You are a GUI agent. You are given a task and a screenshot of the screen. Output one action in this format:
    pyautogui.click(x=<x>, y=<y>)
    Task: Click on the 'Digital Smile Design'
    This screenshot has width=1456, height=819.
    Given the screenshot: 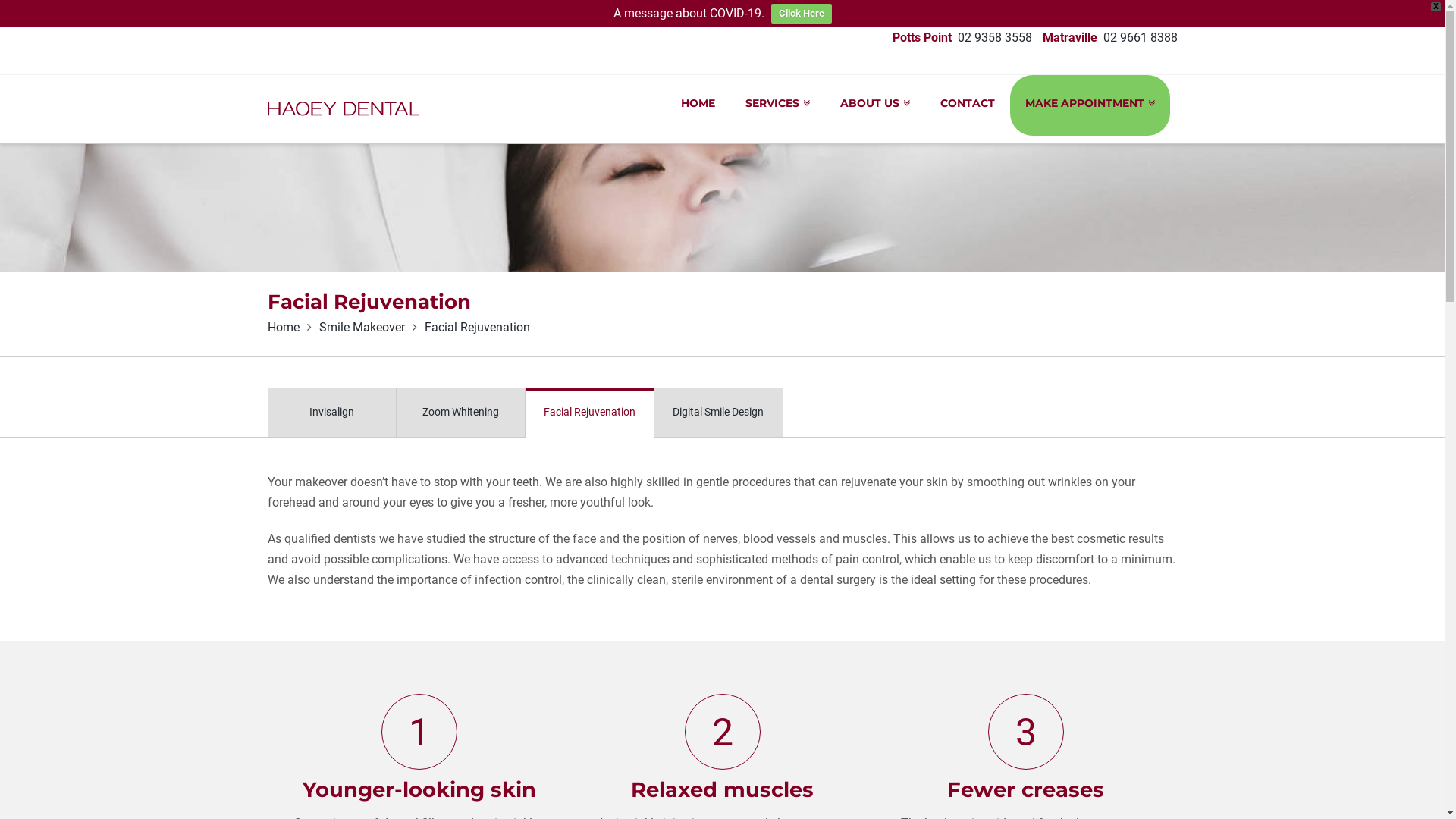 What is the action you would take?
    pyautogui.click(x=717, y=412)
    